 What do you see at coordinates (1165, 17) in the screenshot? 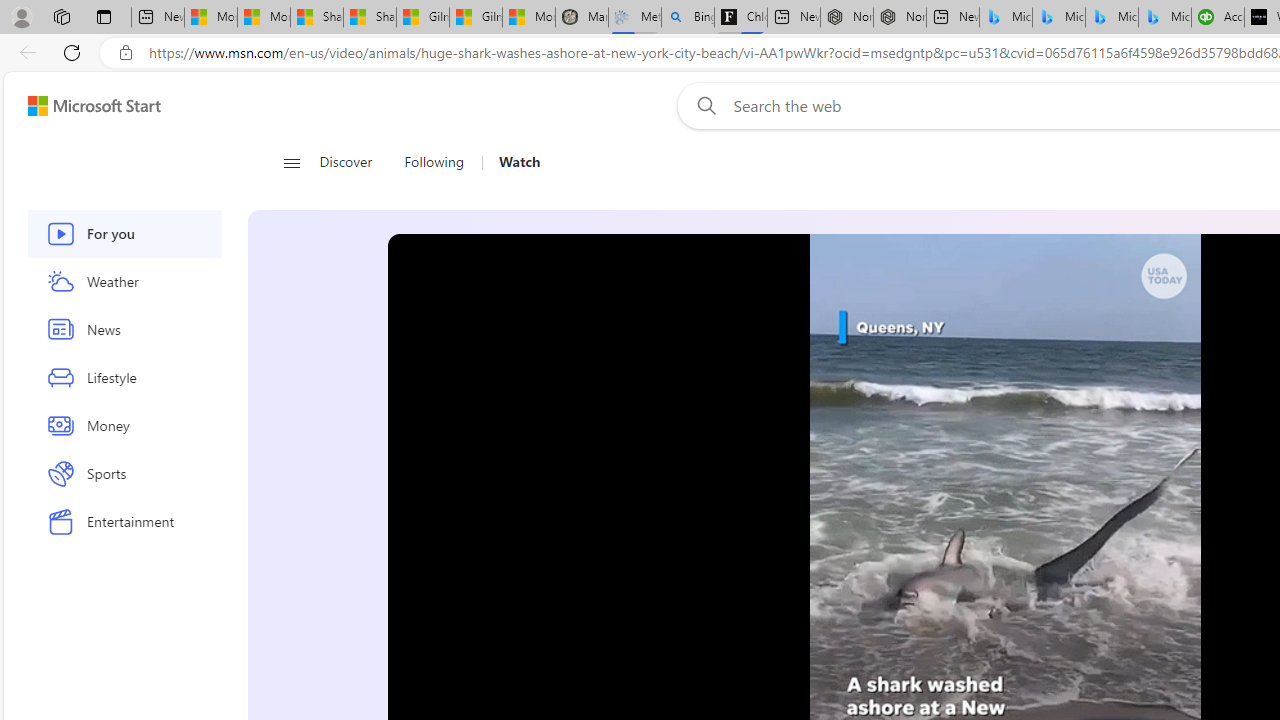
I see `'Microsoft Bing Travel - Shangri-La Hotel Bangkok'` at bounding box center [1165, 17].